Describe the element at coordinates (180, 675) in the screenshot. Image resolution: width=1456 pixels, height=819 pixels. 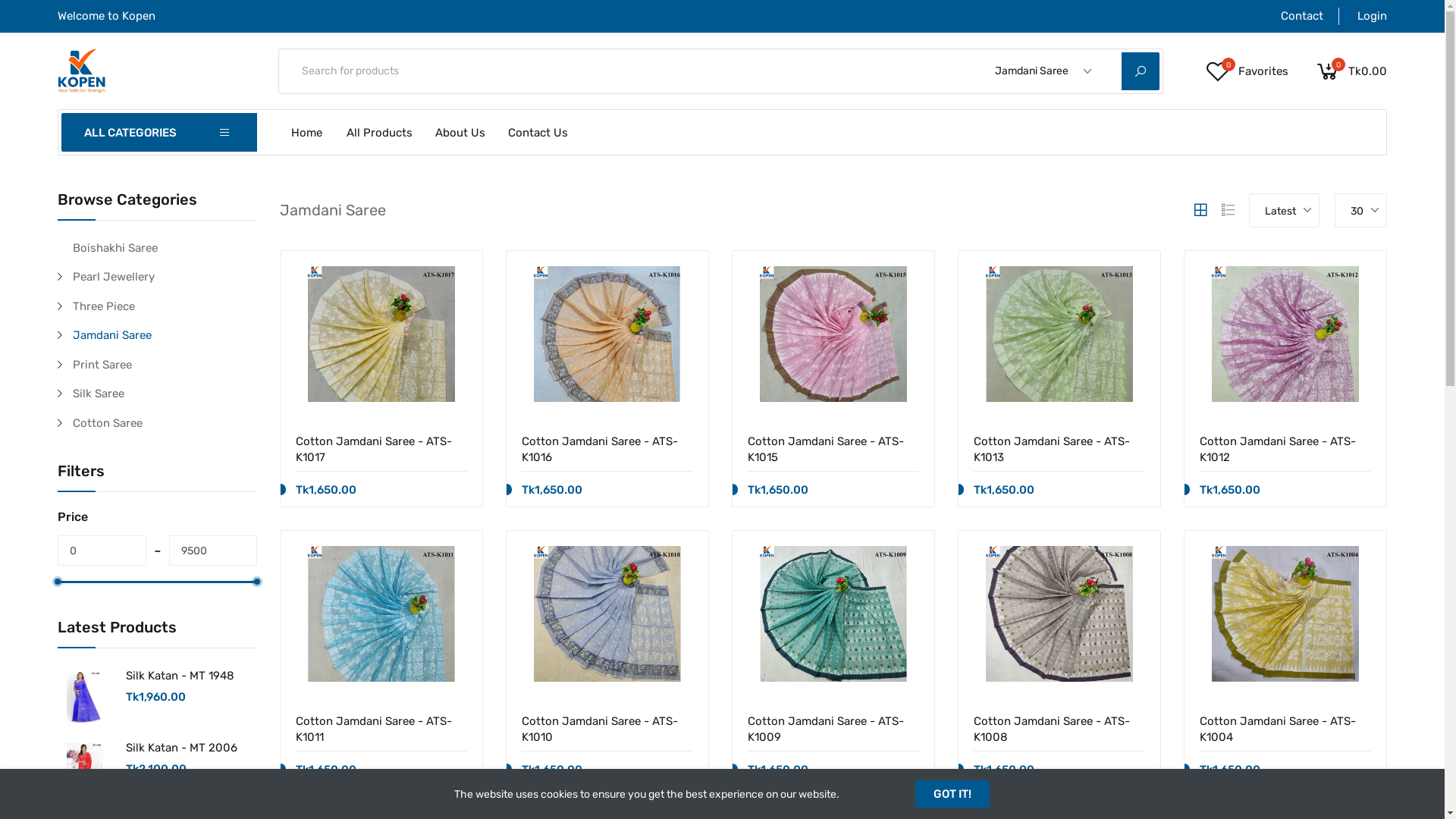
I see `'Silk Katan - MT 1948'` at that location.